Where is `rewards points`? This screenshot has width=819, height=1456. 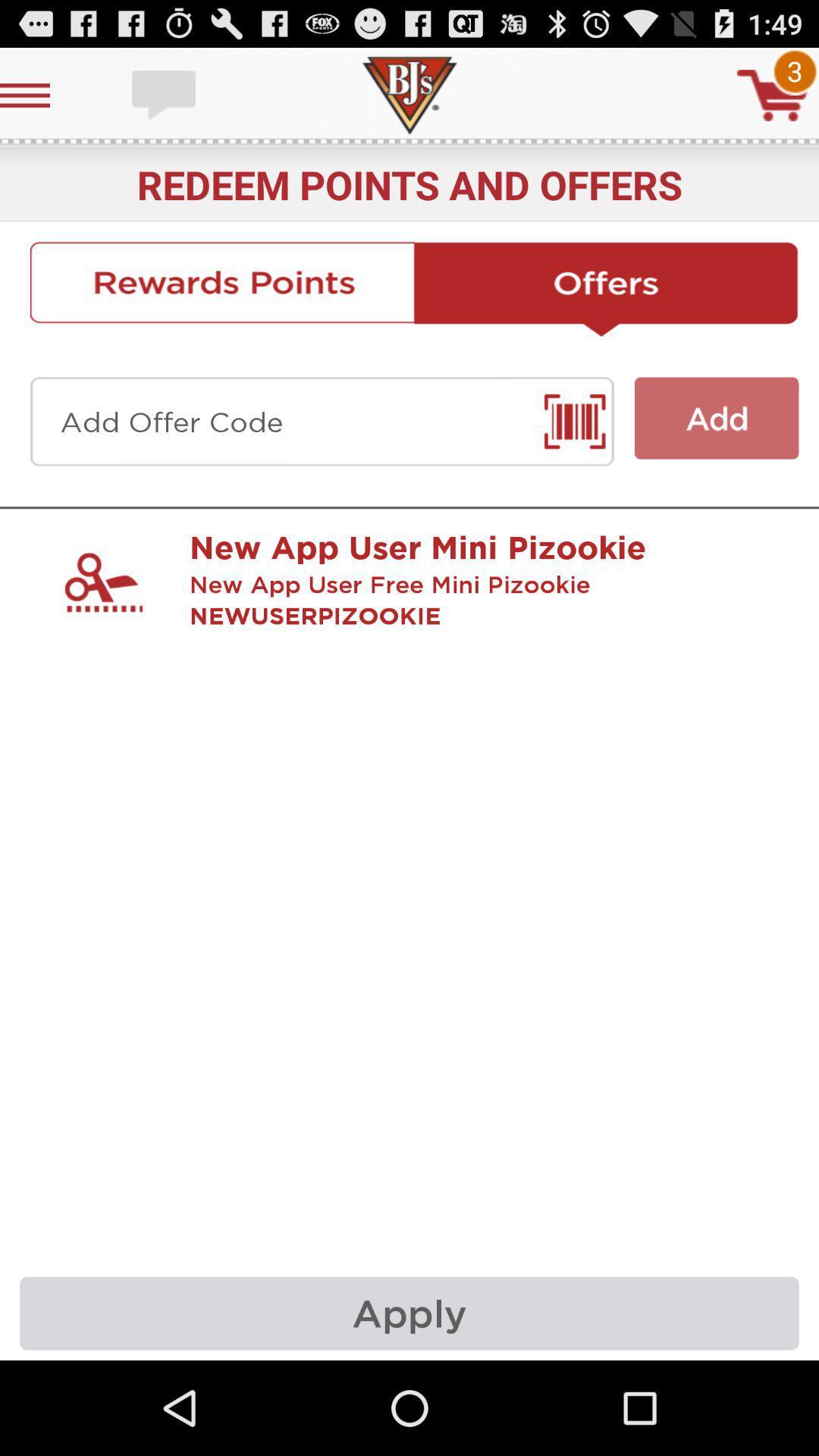 rewards points is located at coordinates (222, 289).